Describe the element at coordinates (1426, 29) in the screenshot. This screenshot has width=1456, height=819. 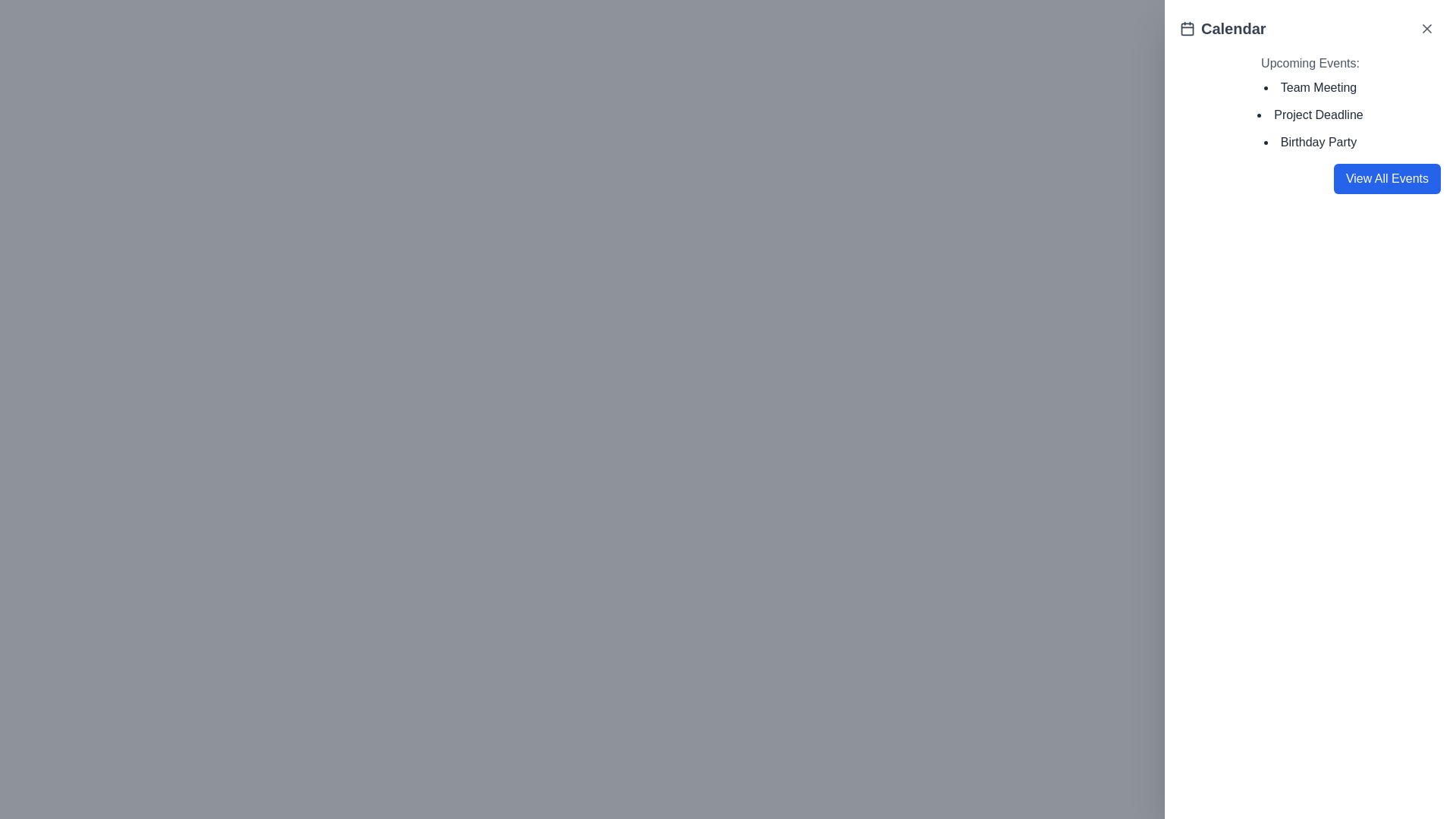
I see `the gray cross icon button located at the top-right corner of the calendar section` at that location.